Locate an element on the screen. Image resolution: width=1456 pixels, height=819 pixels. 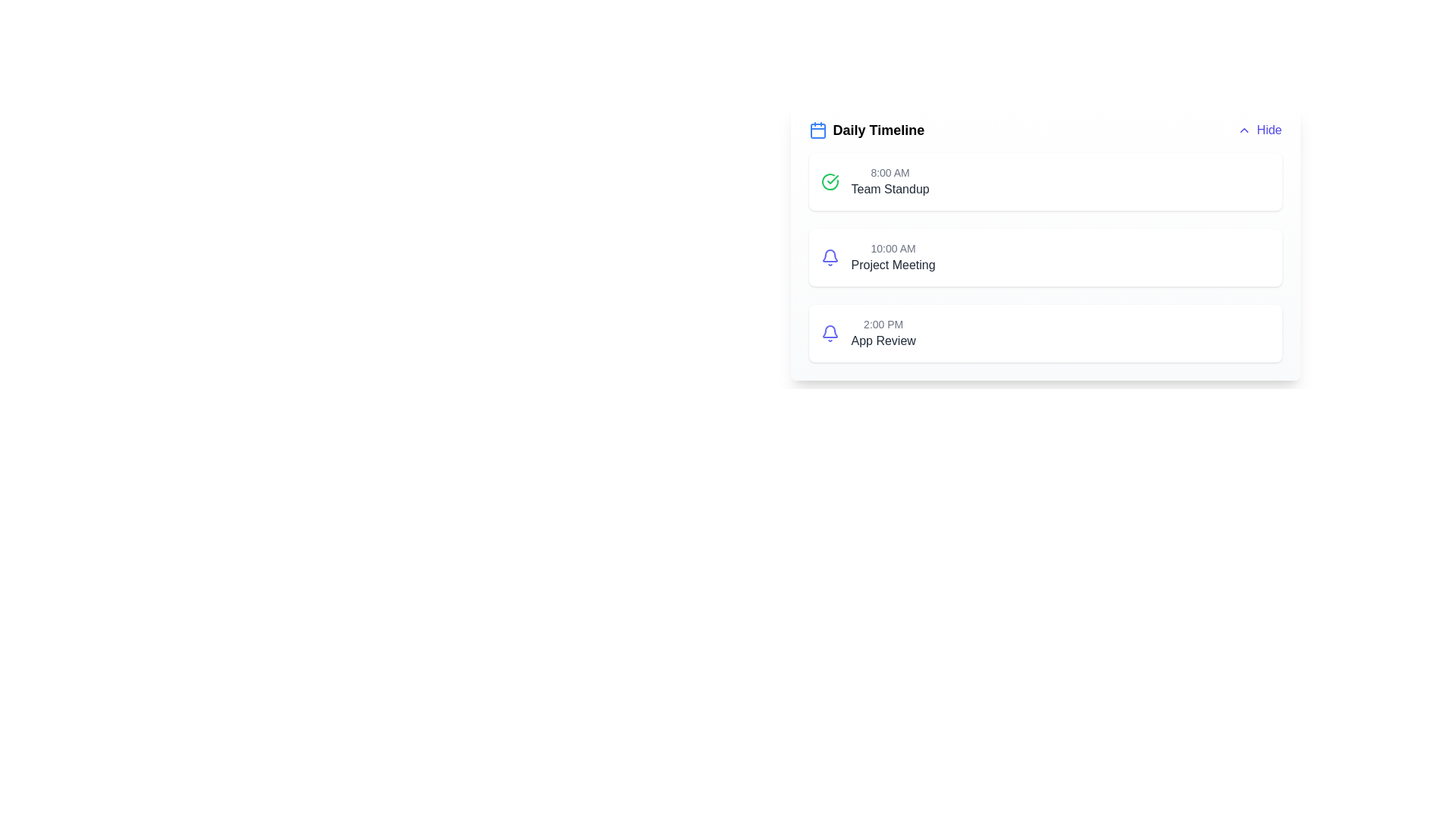
the text label reading 'Project Meeting' which is styled in a medium font size with a gray-dark text color, positioned directly below the time label '10:00 AM' in a schedule interface is located at coordinates (893, 265).